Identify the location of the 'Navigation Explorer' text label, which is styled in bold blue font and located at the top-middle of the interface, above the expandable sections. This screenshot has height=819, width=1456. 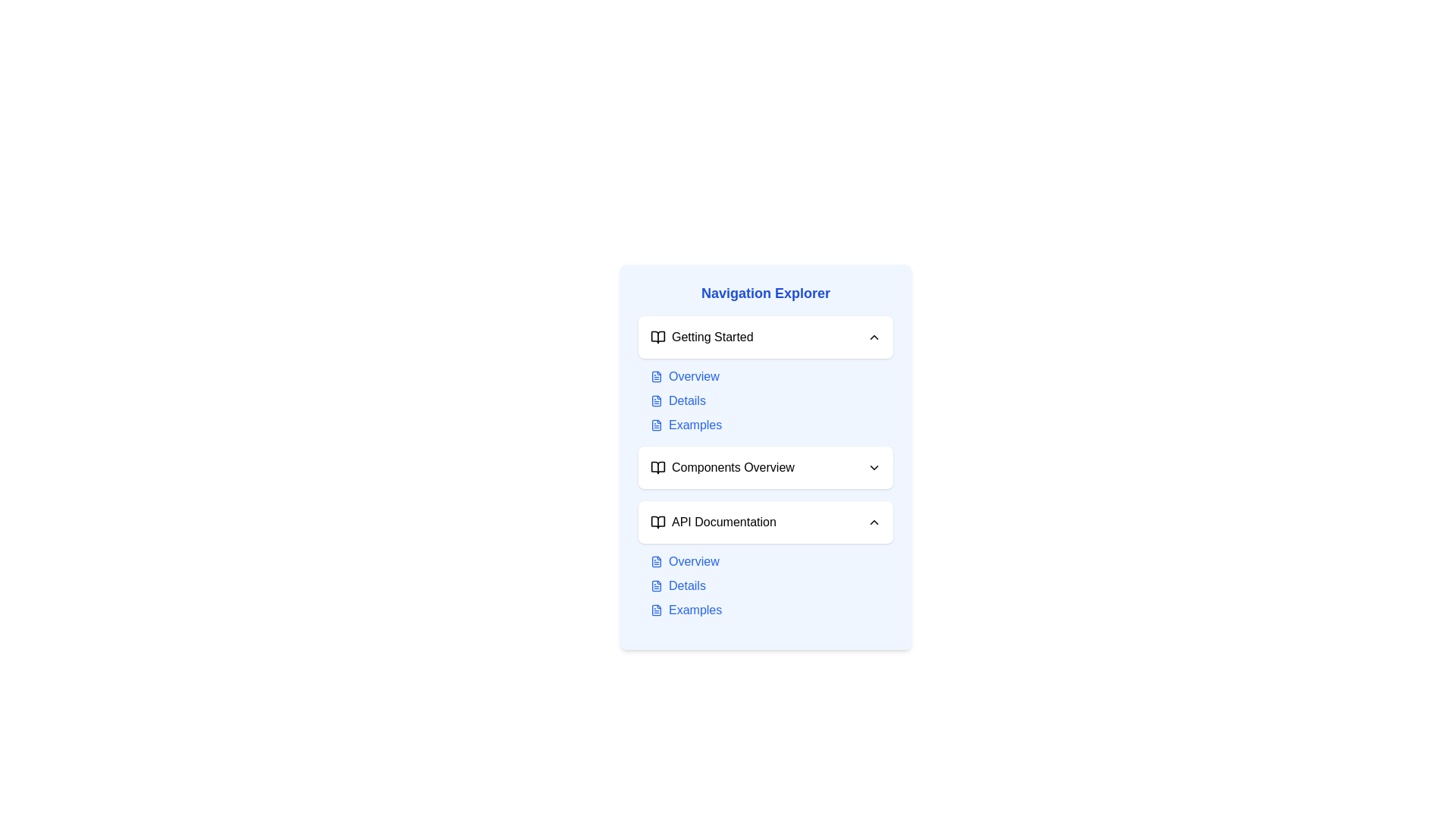
(765, 293).